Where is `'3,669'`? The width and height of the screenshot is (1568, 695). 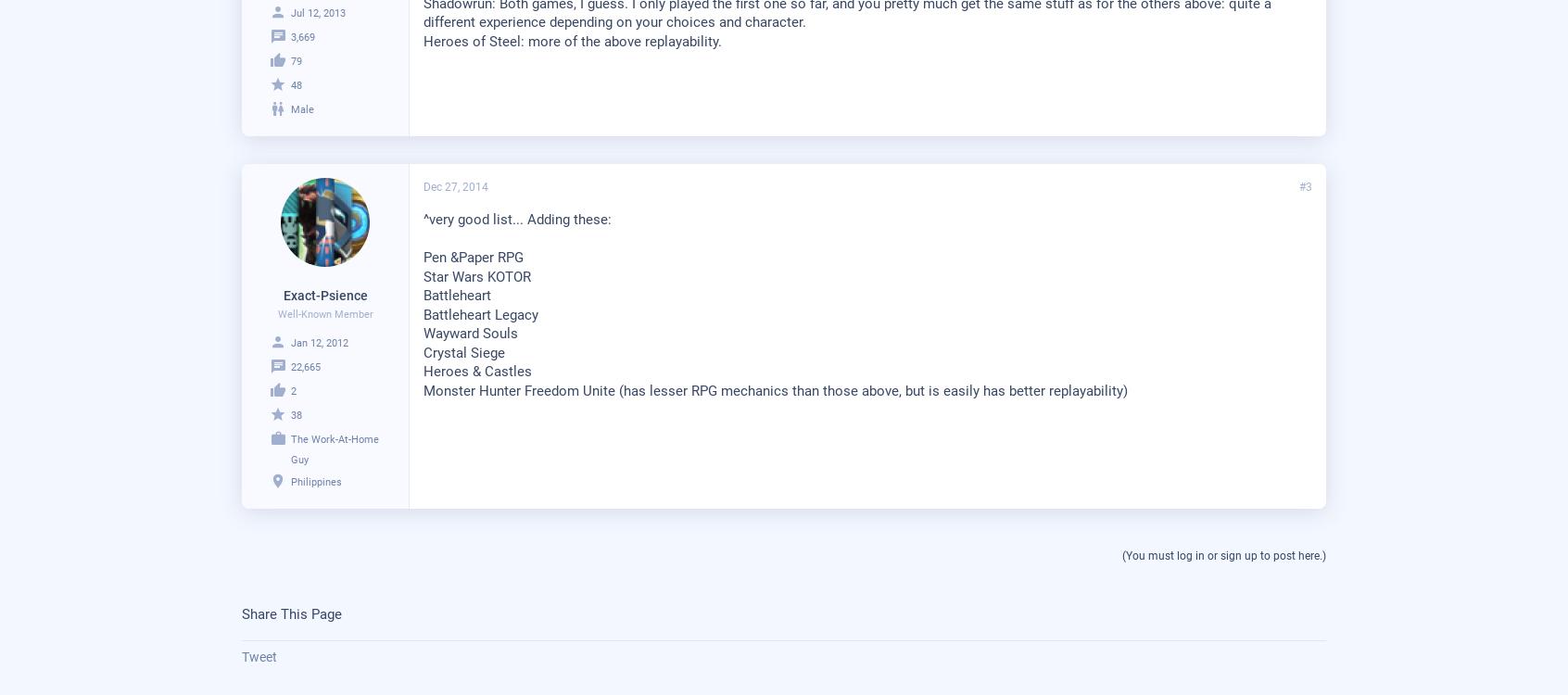 '3,669' is located at coordinates (302, 36).